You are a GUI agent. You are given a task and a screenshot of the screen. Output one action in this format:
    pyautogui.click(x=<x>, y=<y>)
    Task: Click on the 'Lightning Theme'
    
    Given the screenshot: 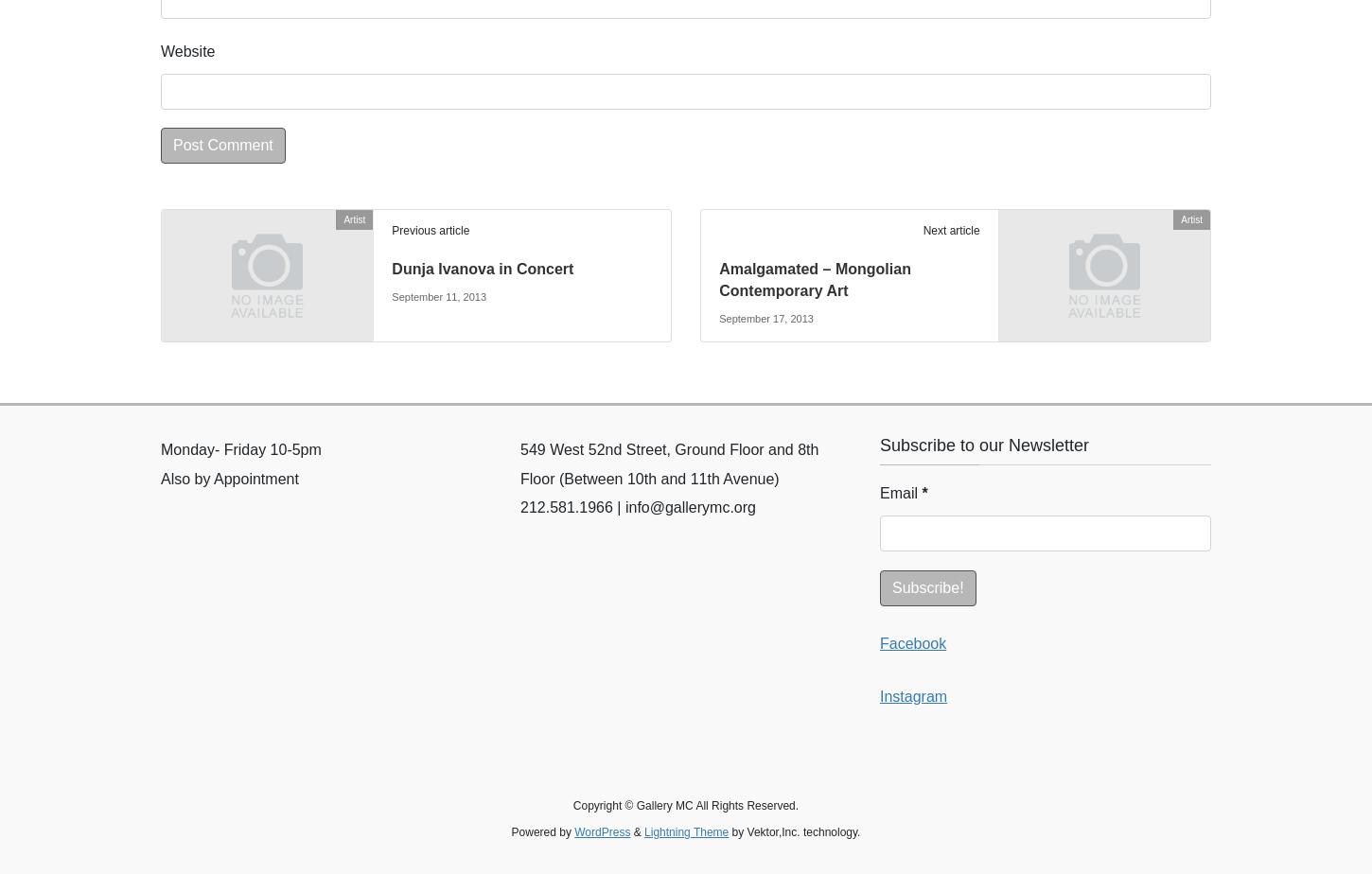 What is the action you would take?
    pyautogui.click(x=686, y=831)
    